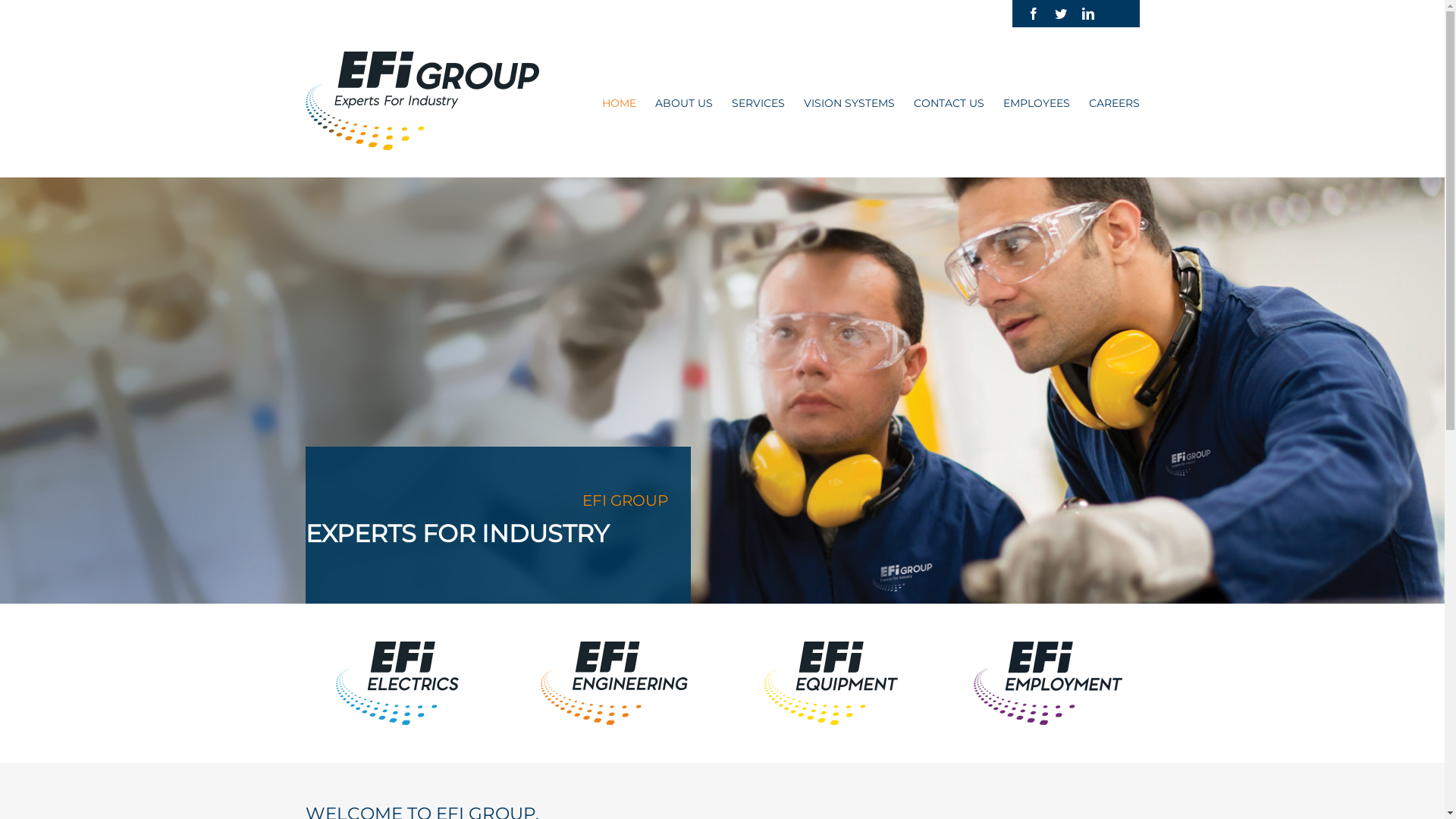 Image resolution: width=1456 pixels, height=819 pixels. I want to click on 'Linkedin', so click(1087, 14).